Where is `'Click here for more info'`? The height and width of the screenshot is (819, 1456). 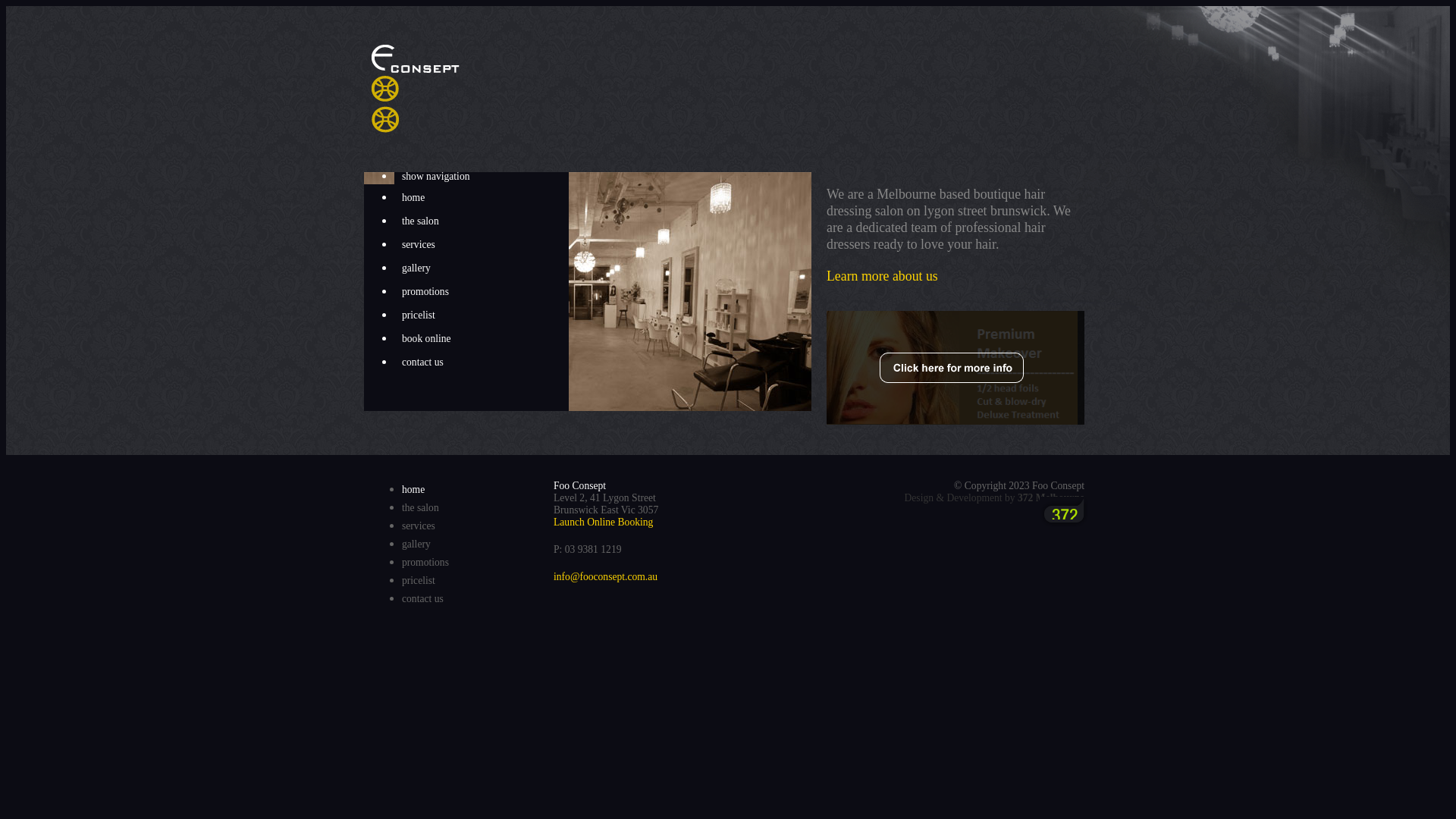 'Click here for more info' is located at coordinates (954, 368).